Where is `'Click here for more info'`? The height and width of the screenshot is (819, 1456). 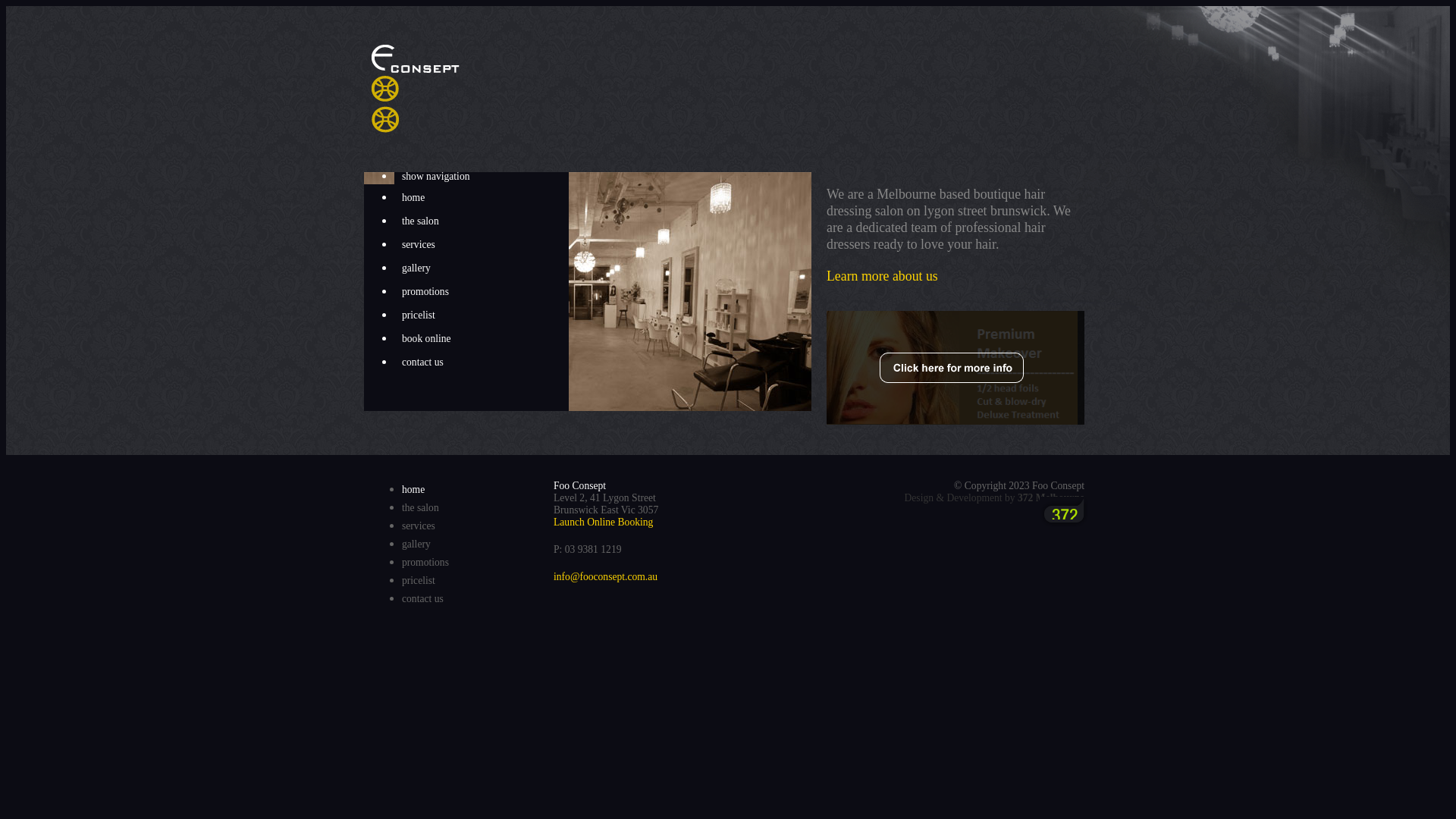 'Click here for more info' is located at coordinates (954, 368).